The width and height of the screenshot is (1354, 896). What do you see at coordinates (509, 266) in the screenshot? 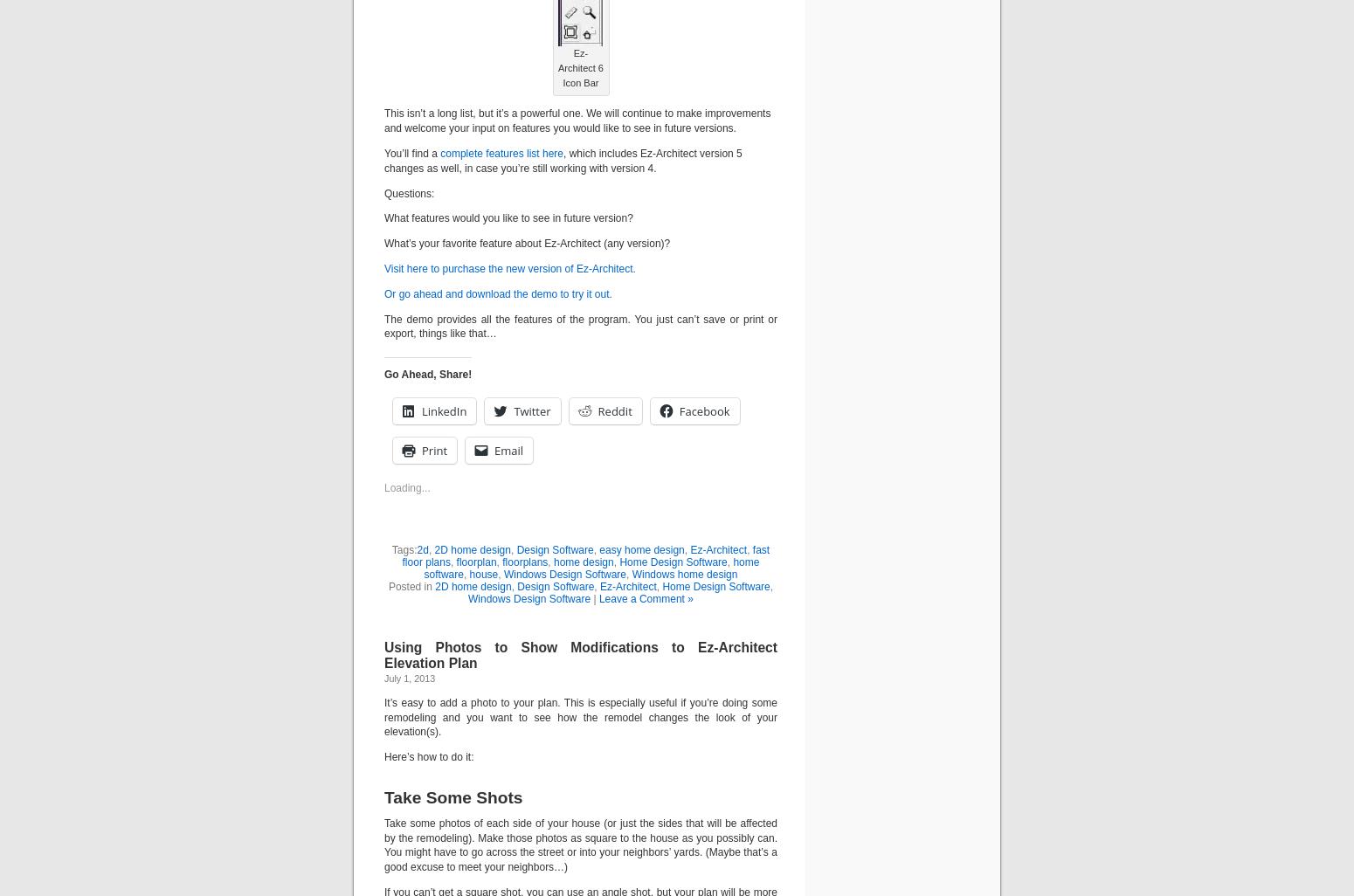
I see `'Visit here to purchase the new version of Ez-Architect.'` at bounding box center [509, 266].